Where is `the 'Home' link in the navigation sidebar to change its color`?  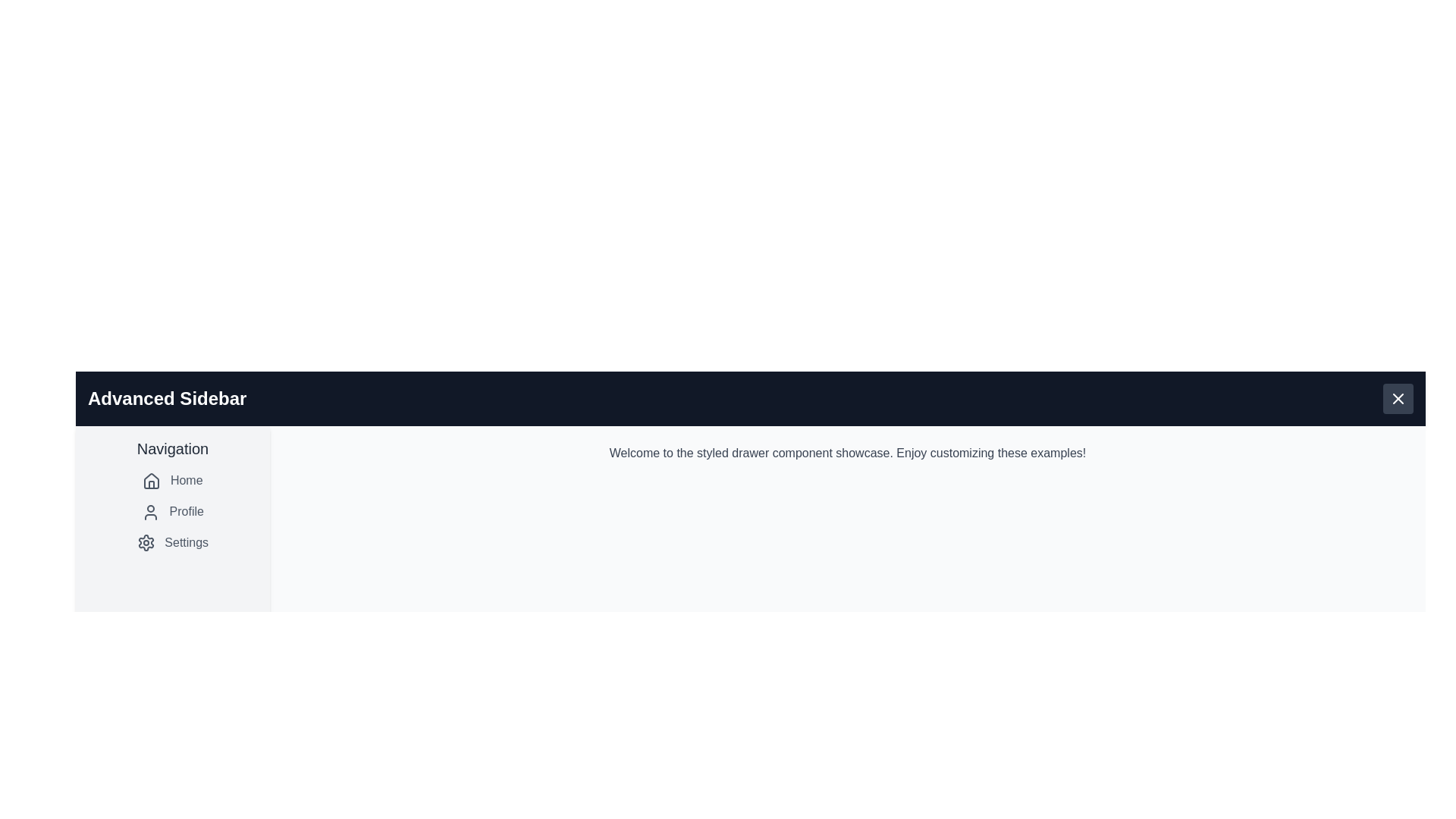
the 'Home' link in the navigation sidebar to change its color is located at coordinates (172, 480).